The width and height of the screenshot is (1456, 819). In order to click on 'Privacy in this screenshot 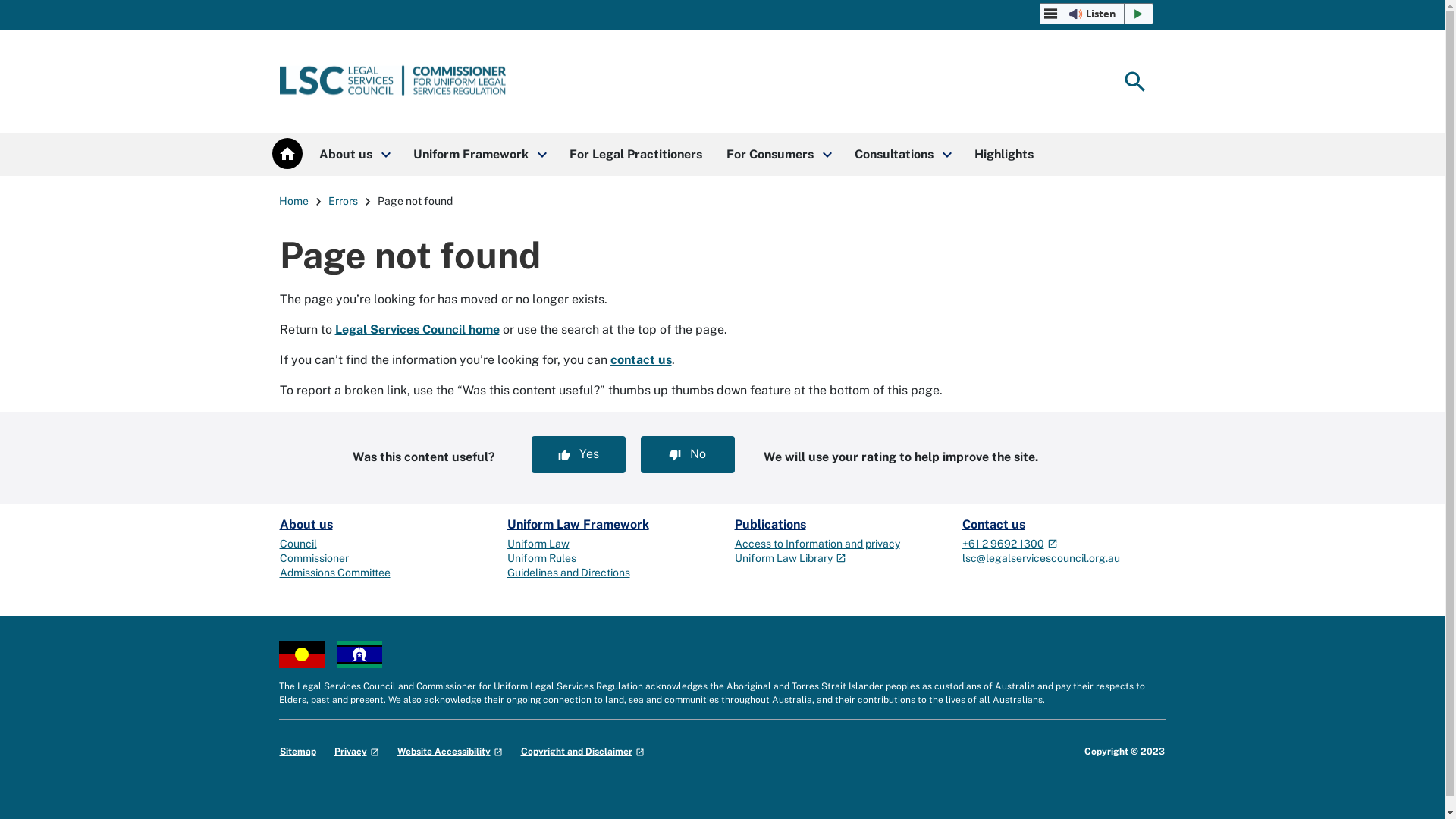, I will do `click(355, 752)`.